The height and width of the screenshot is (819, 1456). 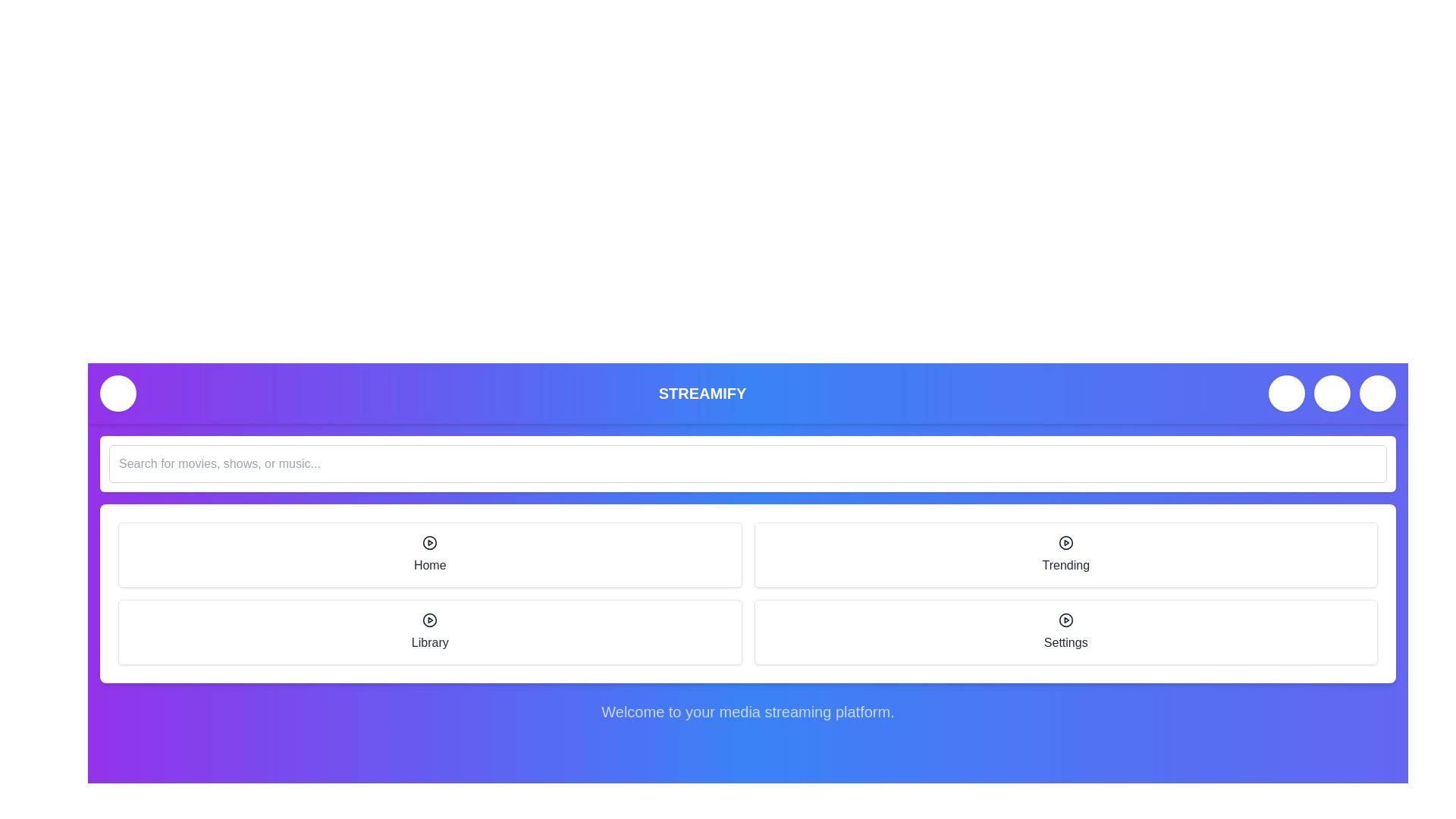 I want to click on the menu toggle button to change its visibility, so click(x=118, y=393).